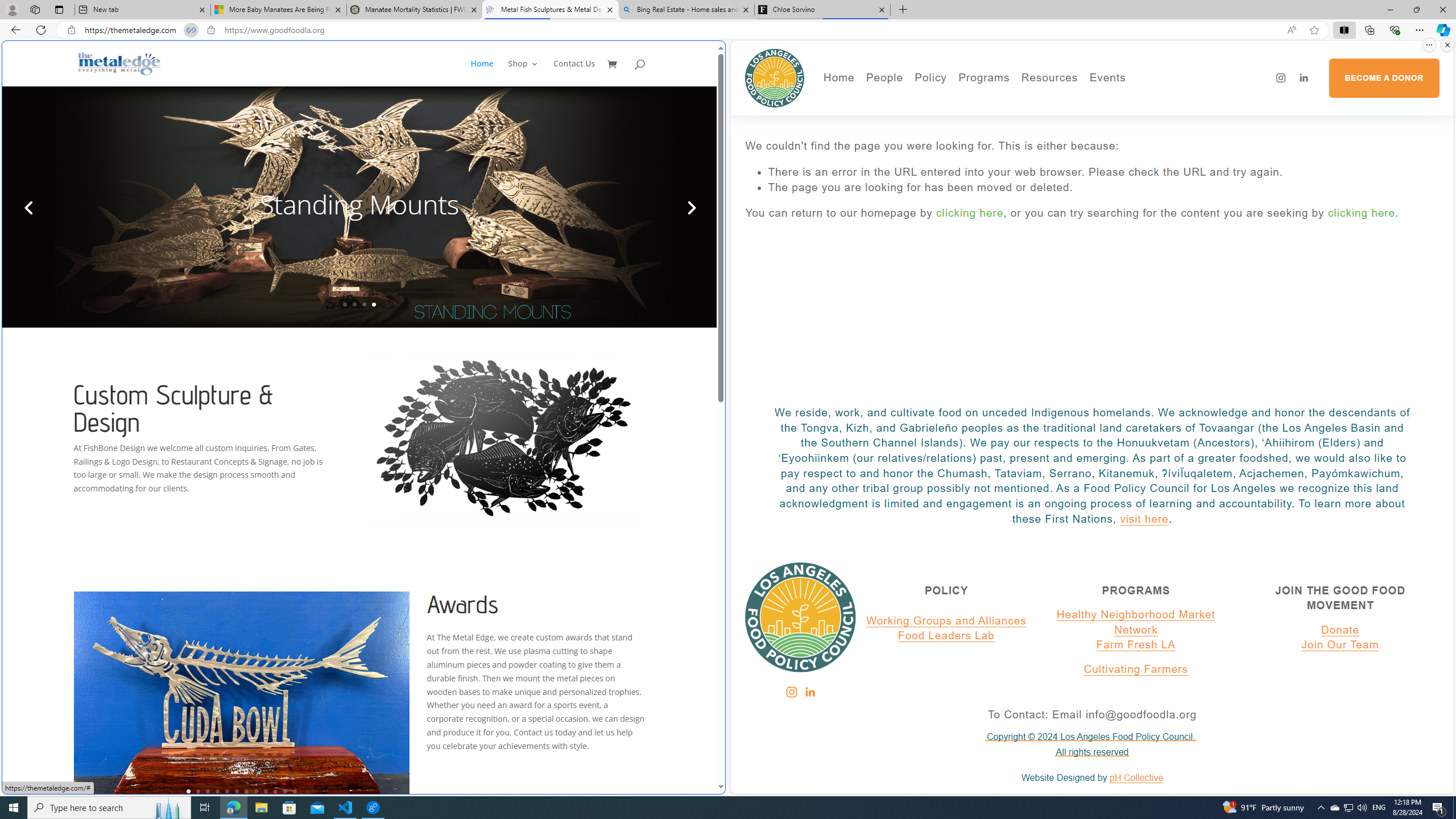 The image size is (1456, 819). What do you see at coordinates (529, 72) in the screenshot?
I see `'Shop3'` at bounding box center [529, 72].